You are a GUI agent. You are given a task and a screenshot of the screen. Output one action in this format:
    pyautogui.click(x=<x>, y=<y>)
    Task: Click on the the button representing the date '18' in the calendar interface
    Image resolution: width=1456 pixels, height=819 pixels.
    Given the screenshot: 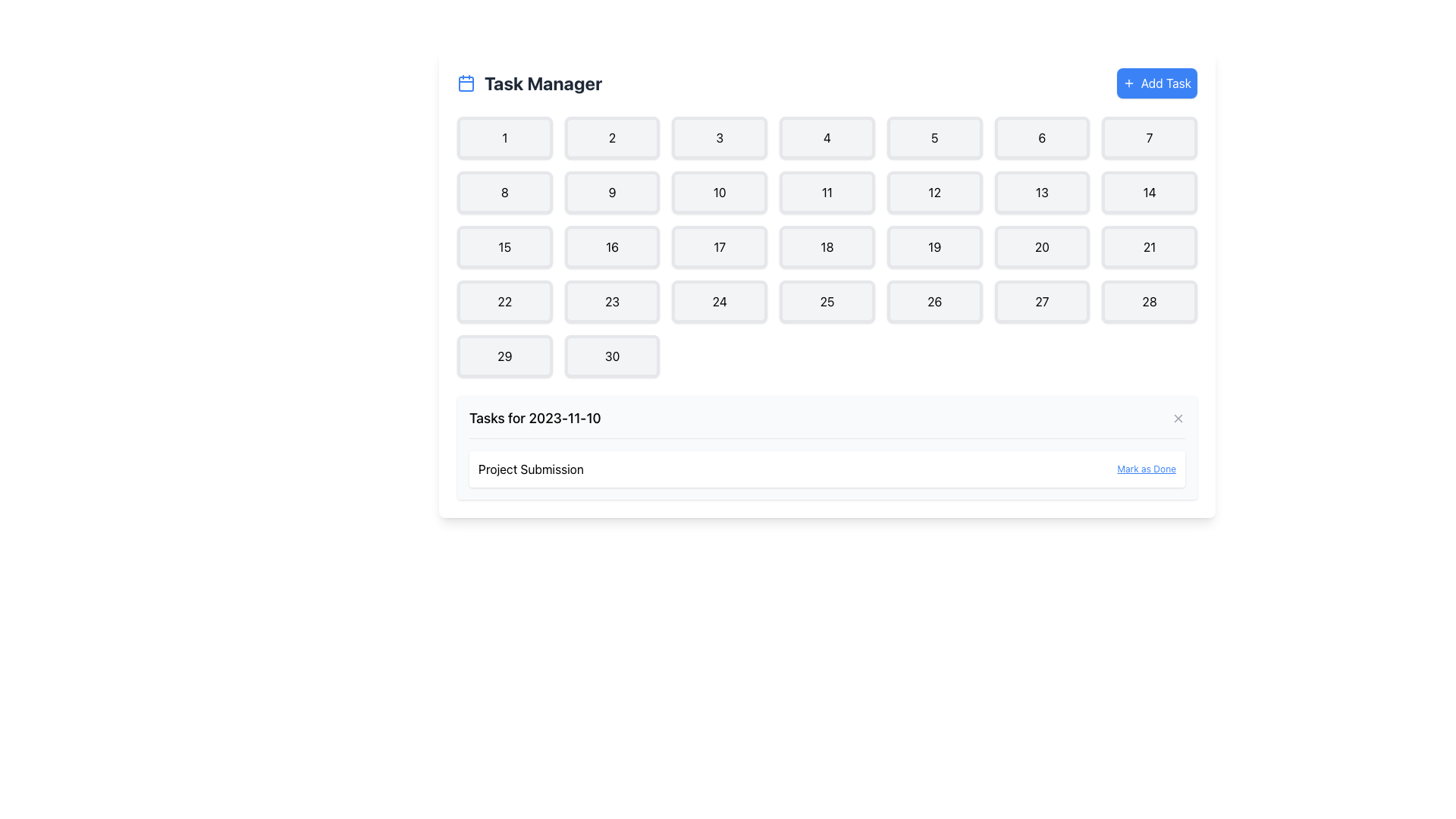 What is the action you would take?
    pyautogui.click(x=826, y=246)
    